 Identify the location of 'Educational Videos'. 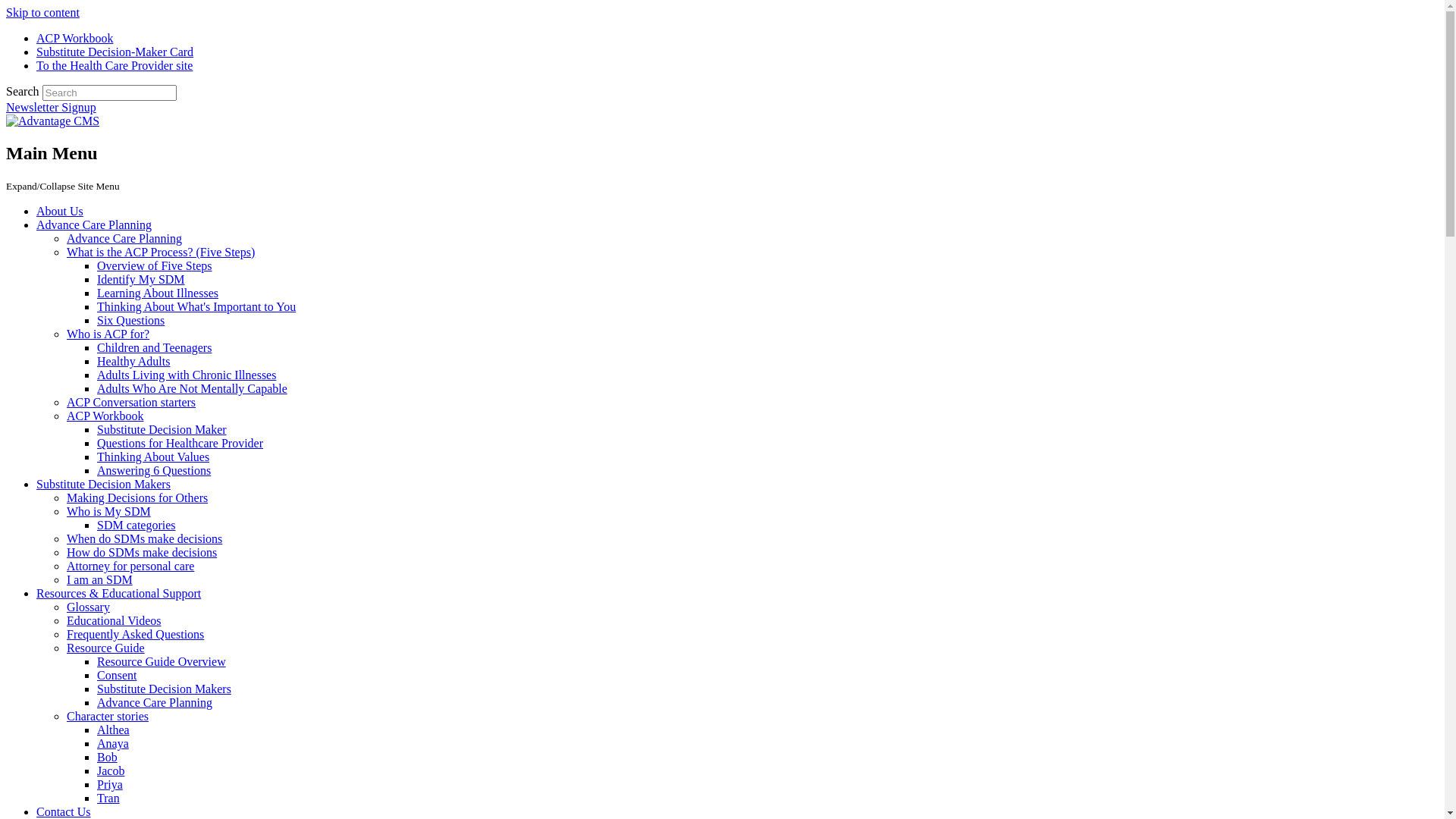
(65, 620).